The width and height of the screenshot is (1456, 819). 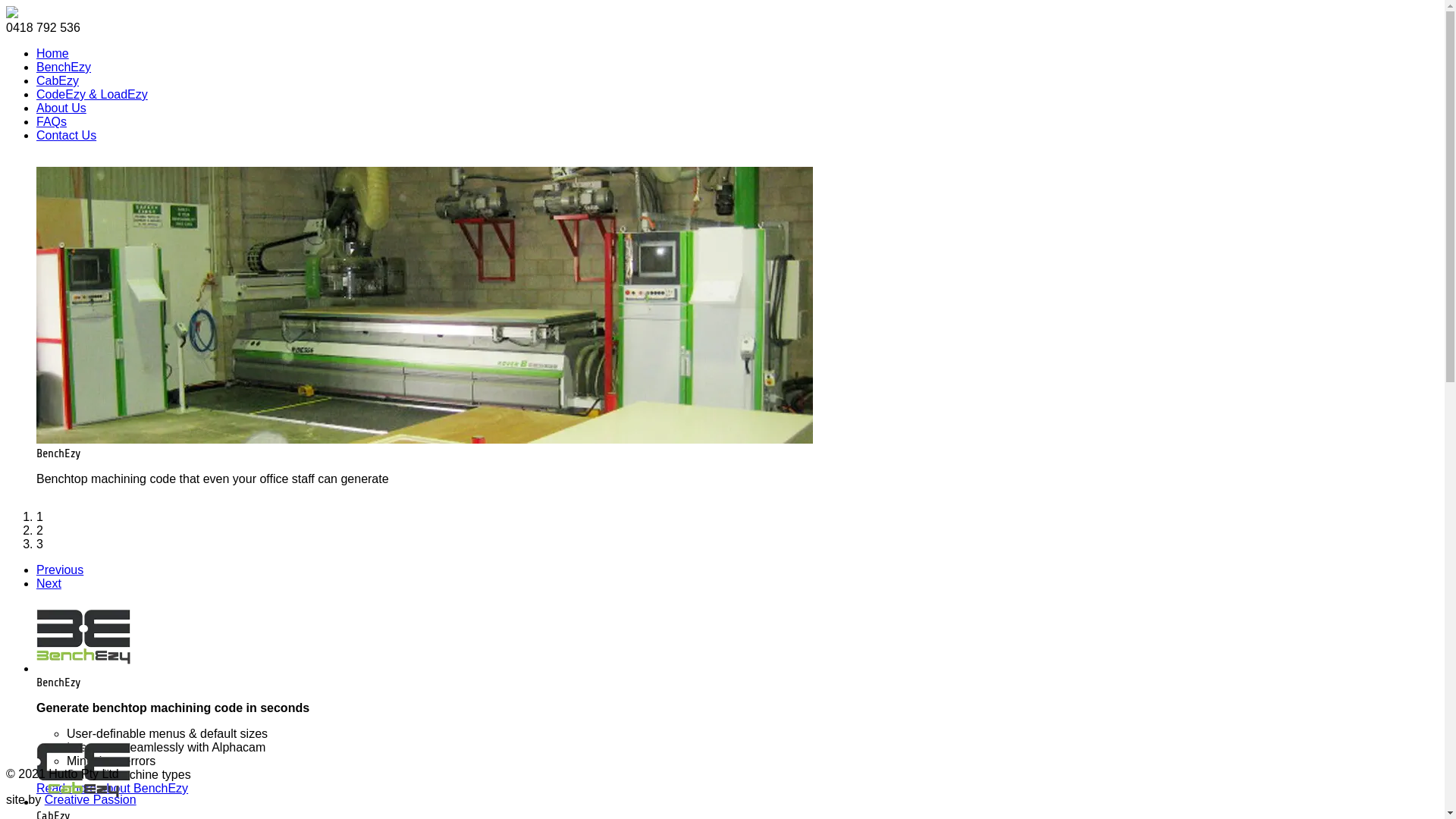 I want to click on 'Read more about BenchEzy', so click(x=111, y=787).